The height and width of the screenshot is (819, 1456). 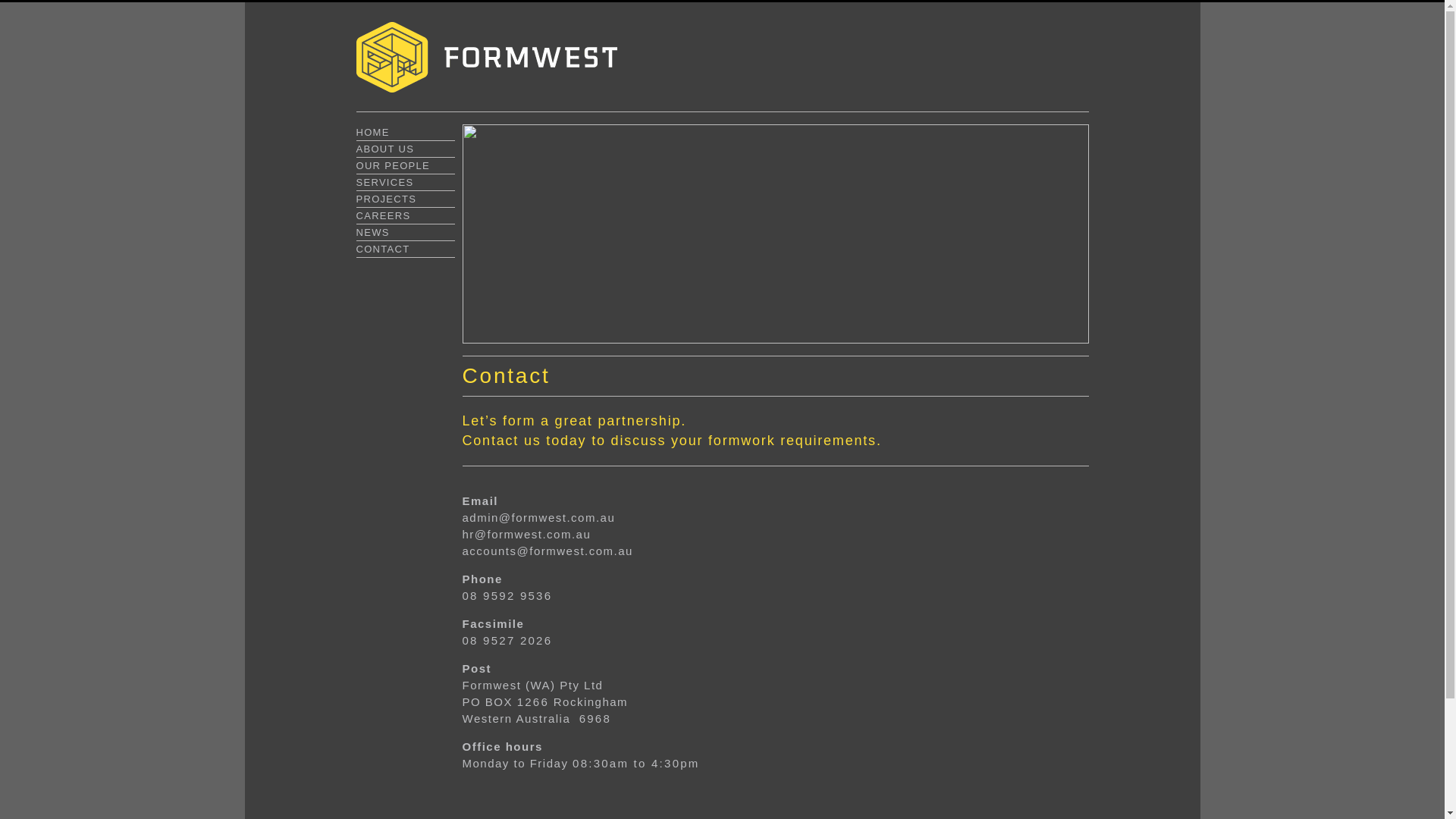 I want to click on '08 9592 9536', so click(x=507, y=595).